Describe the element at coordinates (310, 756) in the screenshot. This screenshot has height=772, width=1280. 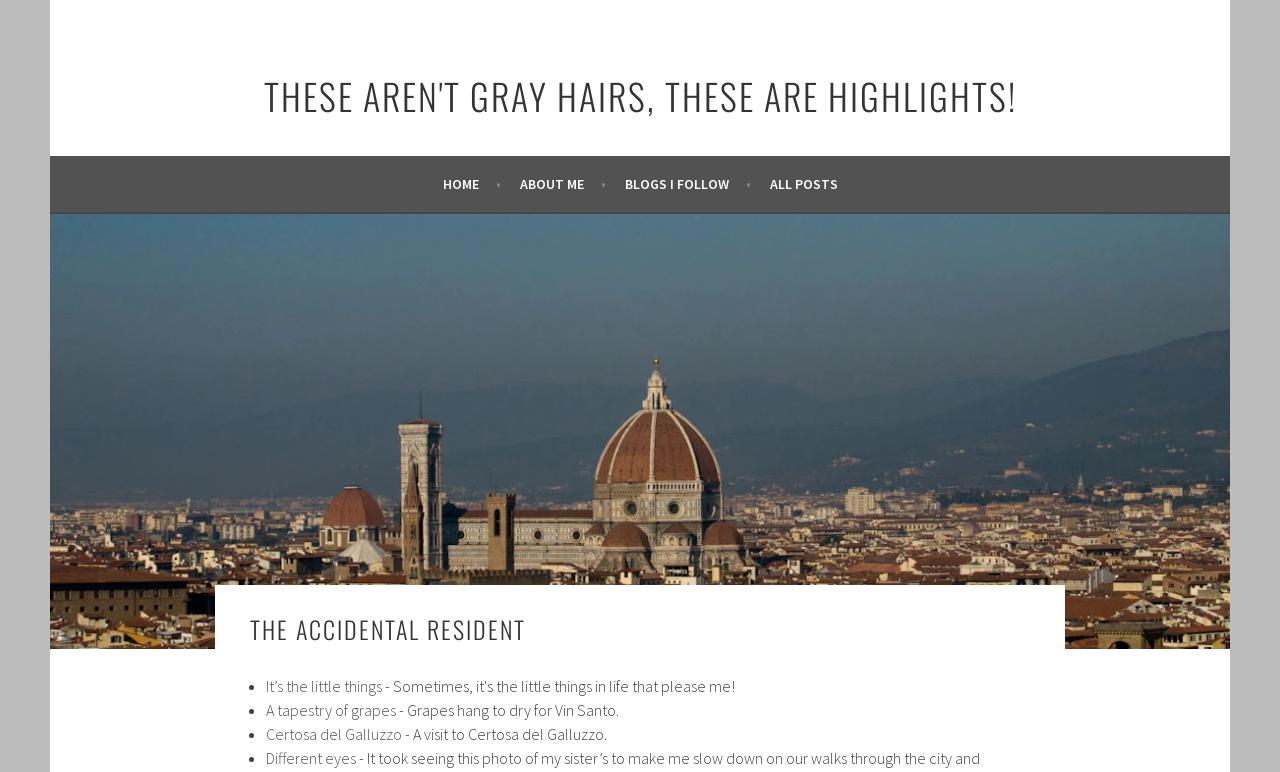
I see `'Different eyes'` at that location.